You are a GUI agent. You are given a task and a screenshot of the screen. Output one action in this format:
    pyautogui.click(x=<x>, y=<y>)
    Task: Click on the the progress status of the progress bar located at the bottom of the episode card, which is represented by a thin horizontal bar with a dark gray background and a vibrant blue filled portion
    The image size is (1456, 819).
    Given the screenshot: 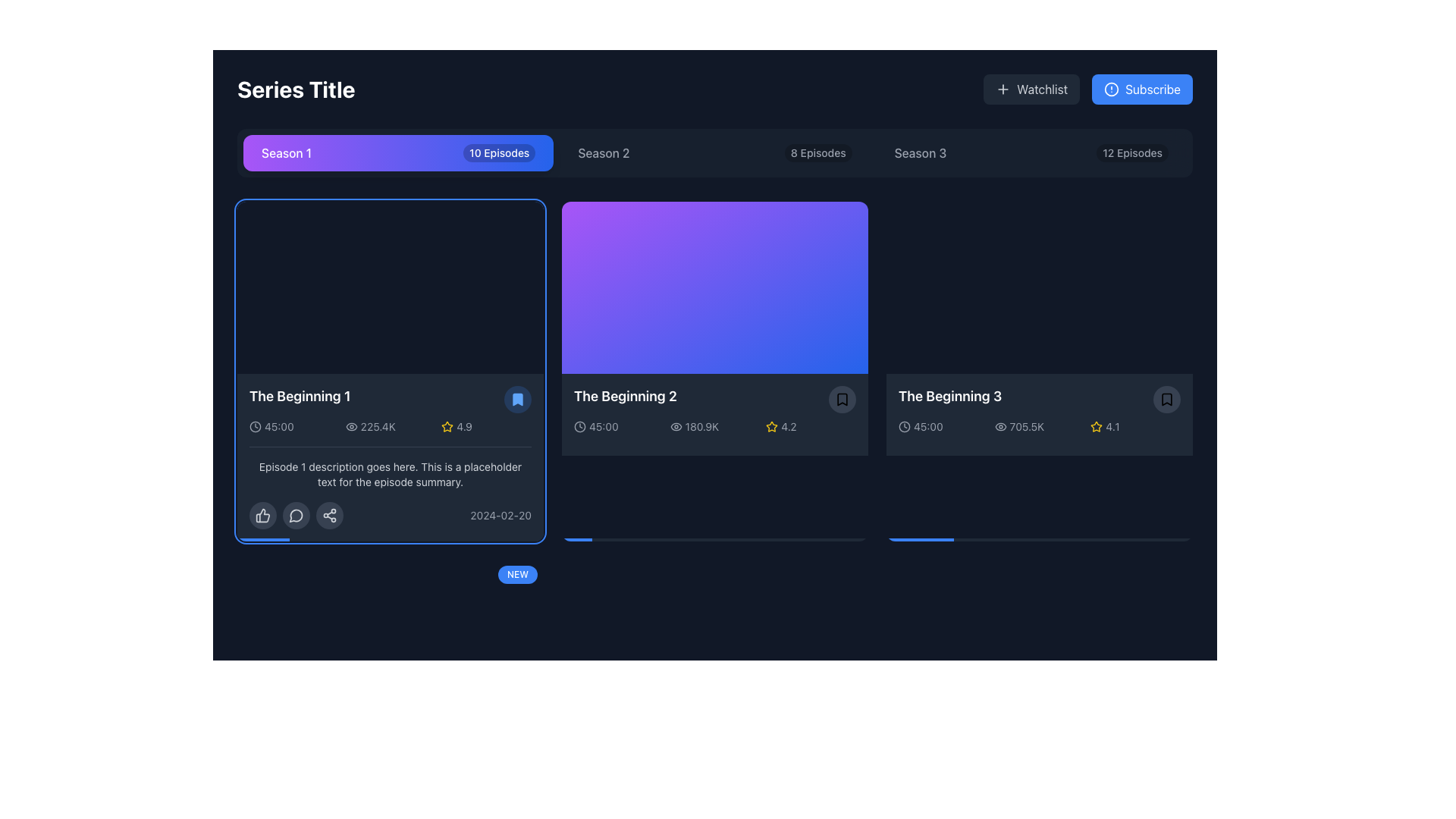 What is the action you would take?
    pyautogui.click(x=390, y=811)
    